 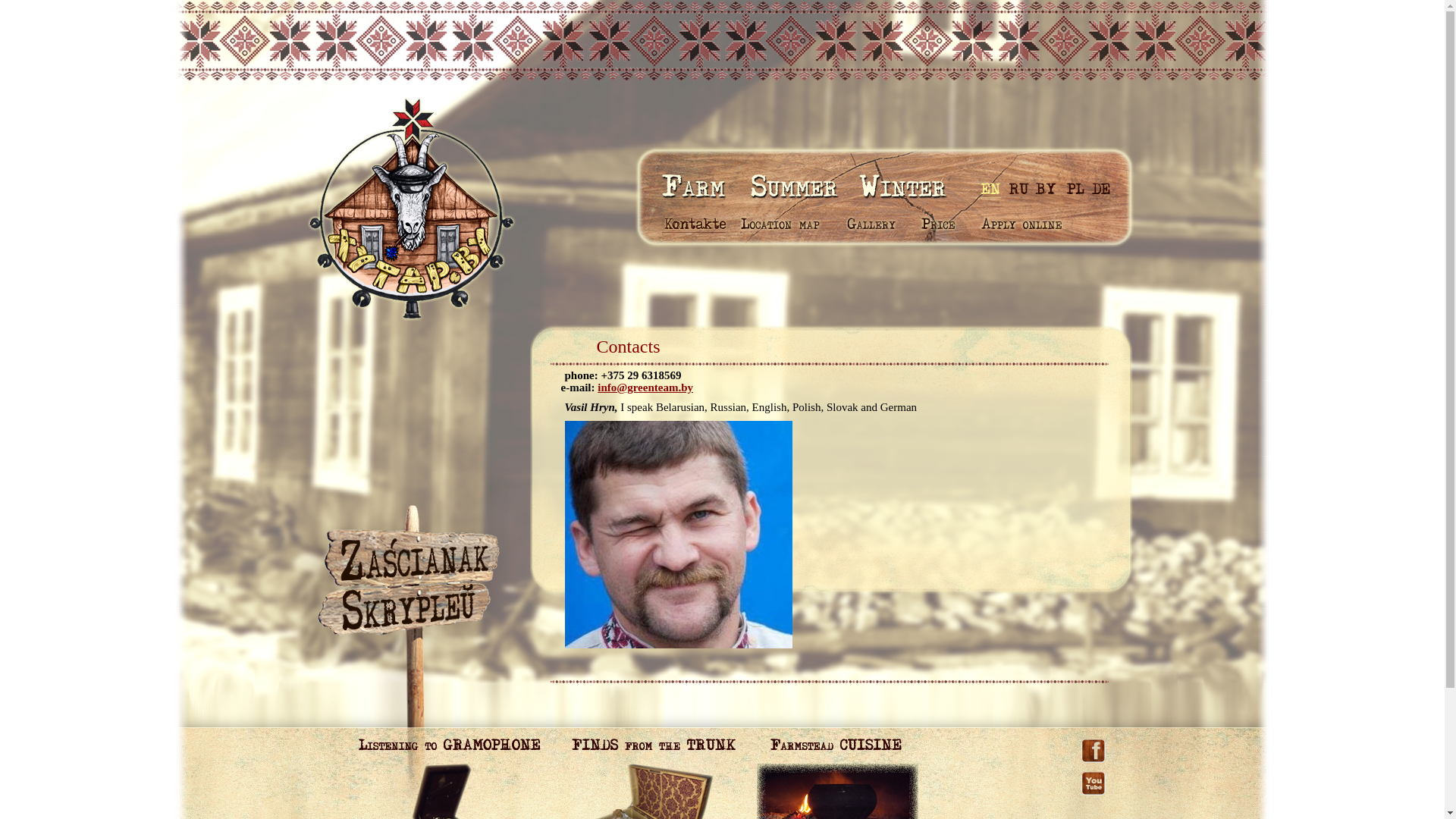 I want to click on 'Youtube', so click(x=1093, y=770).